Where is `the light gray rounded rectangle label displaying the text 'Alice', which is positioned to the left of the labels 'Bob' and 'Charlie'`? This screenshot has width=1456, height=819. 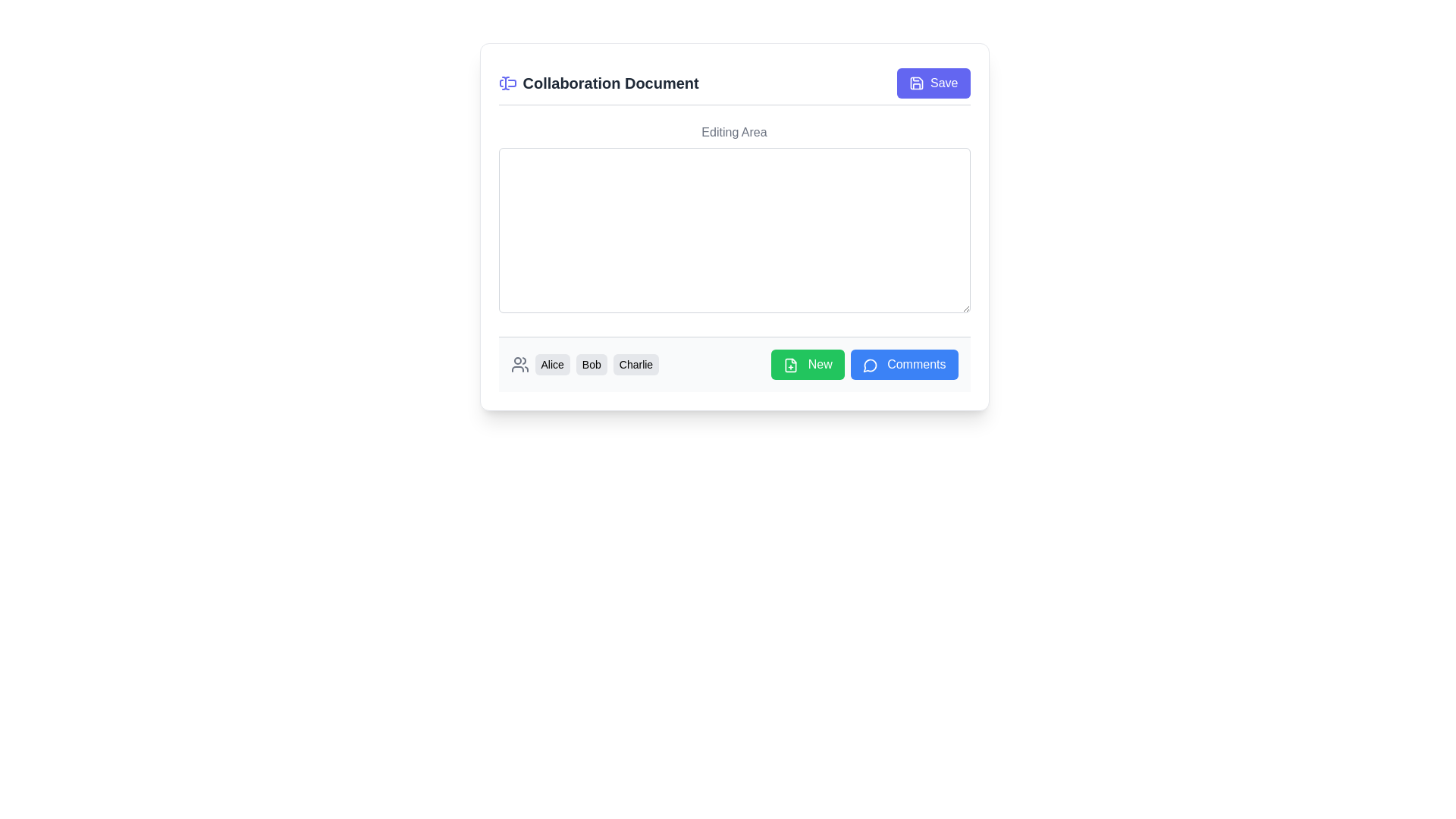 the light gray rounded rectangle label displaying the text 'Alice', which is positioned to the left of the labels 'Bob' and 'Charlie' is located at coordinates (551, 365).